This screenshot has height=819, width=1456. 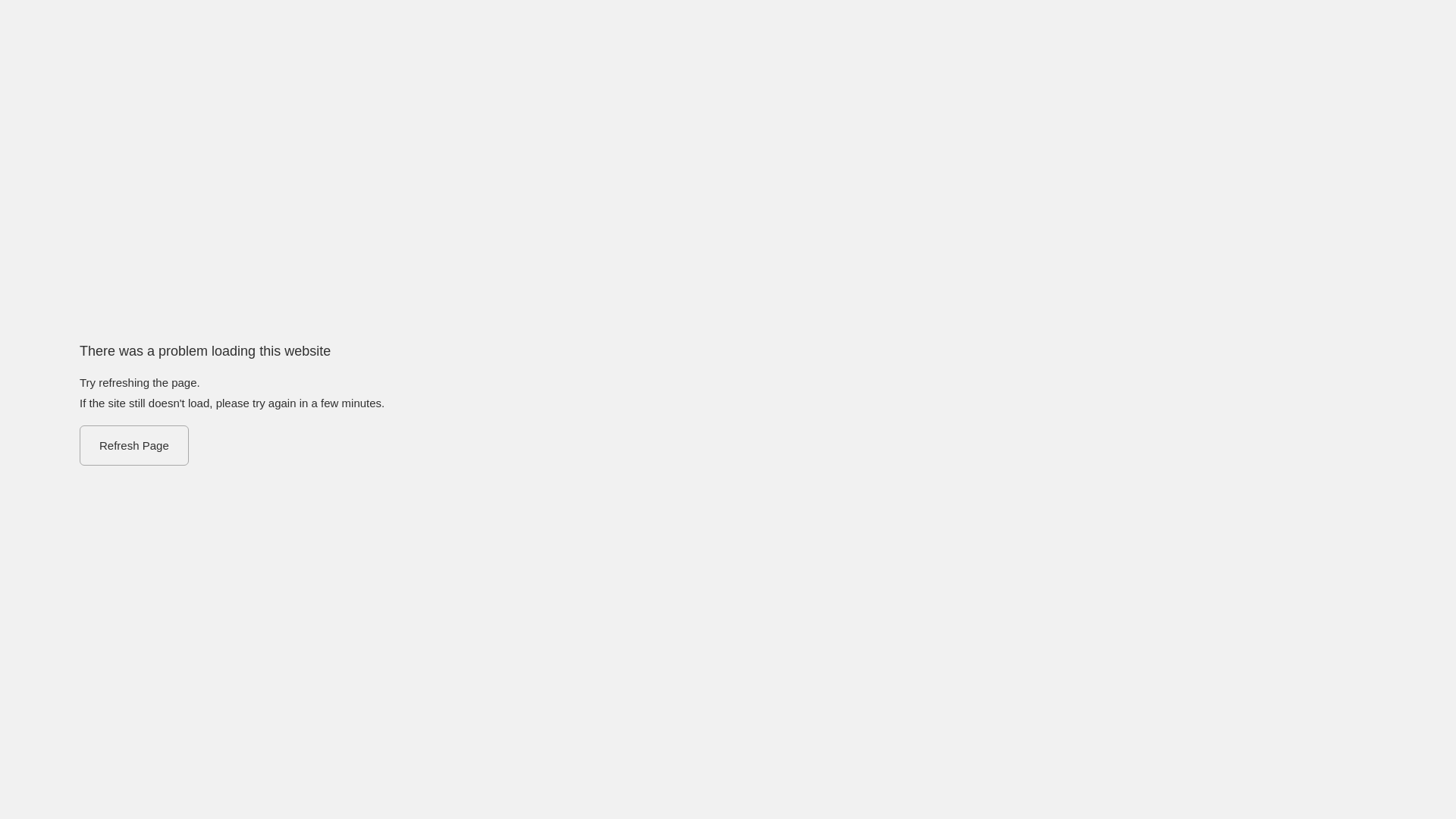 What do you see at coordinates (79, 444) in the screenshot?
I see `'Refresh Page'` at bounding box center [79, 444].